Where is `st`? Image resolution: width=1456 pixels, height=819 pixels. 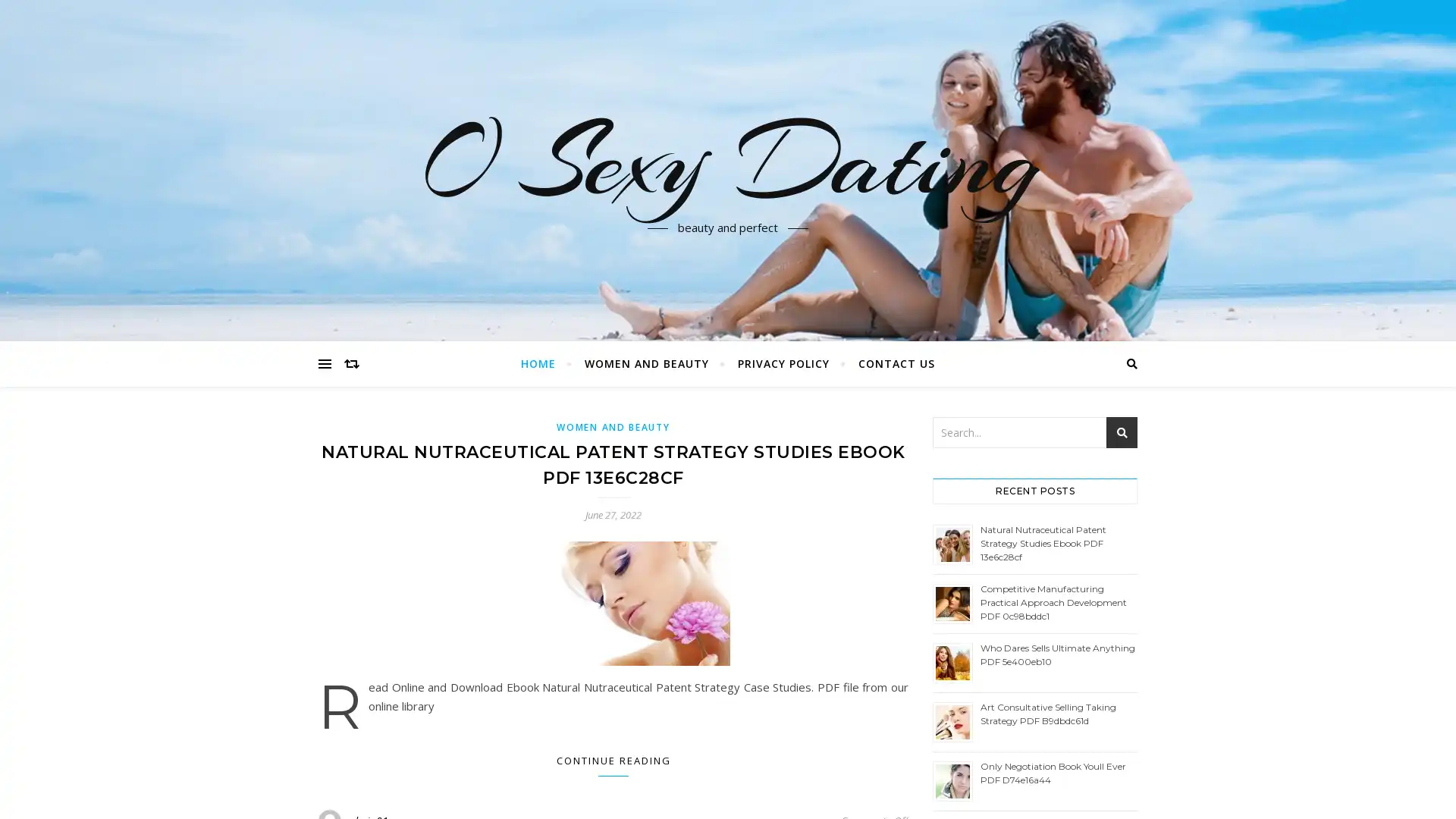
st is located at coordinates (1122, 432).